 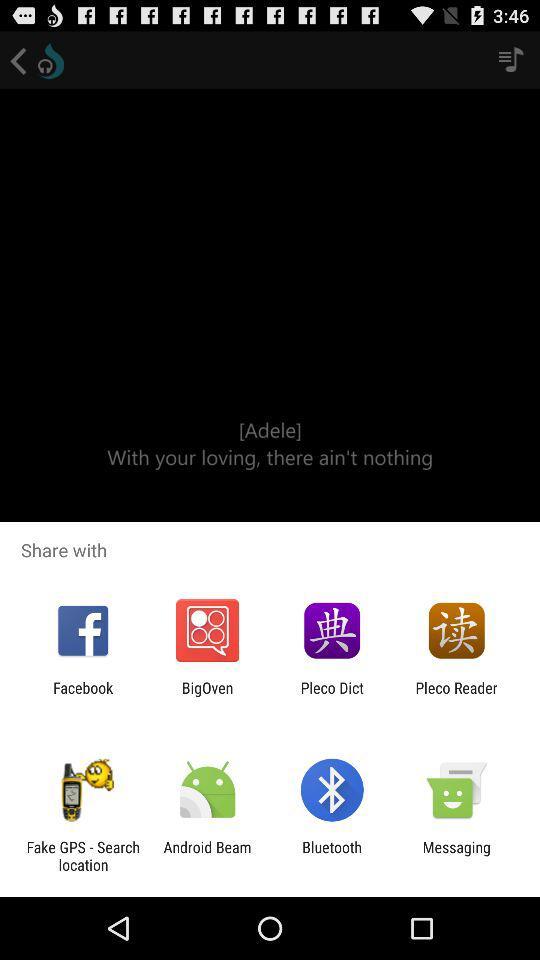 What do you see at coordinates (332, 696) in the screenshot?
I see `item next to the bigoven icon` at bounding box center [332, 696].